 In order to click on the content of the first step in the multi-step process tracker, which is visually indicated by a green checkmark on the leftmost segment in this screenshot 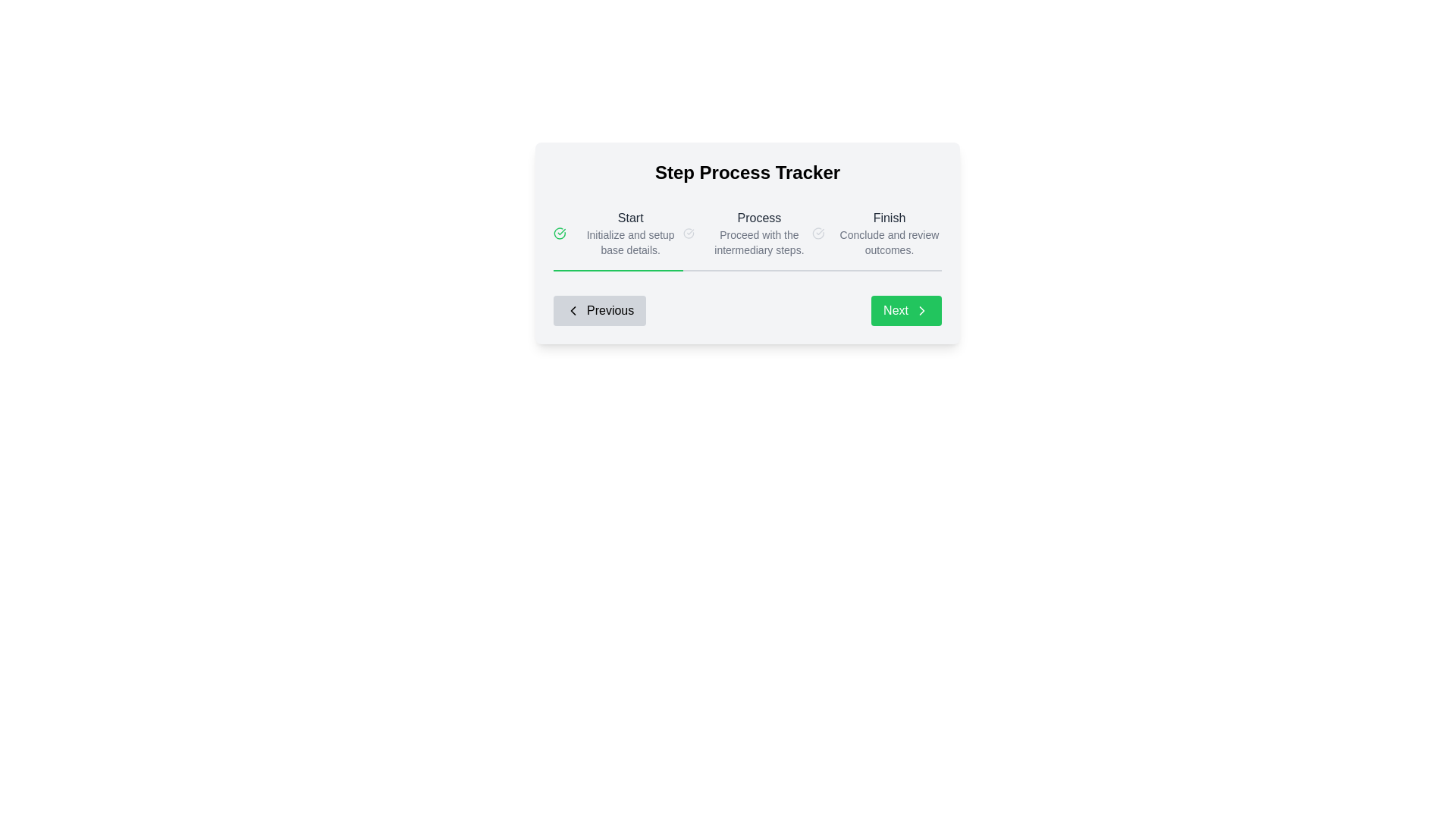, I will do `click(618, 234)`.